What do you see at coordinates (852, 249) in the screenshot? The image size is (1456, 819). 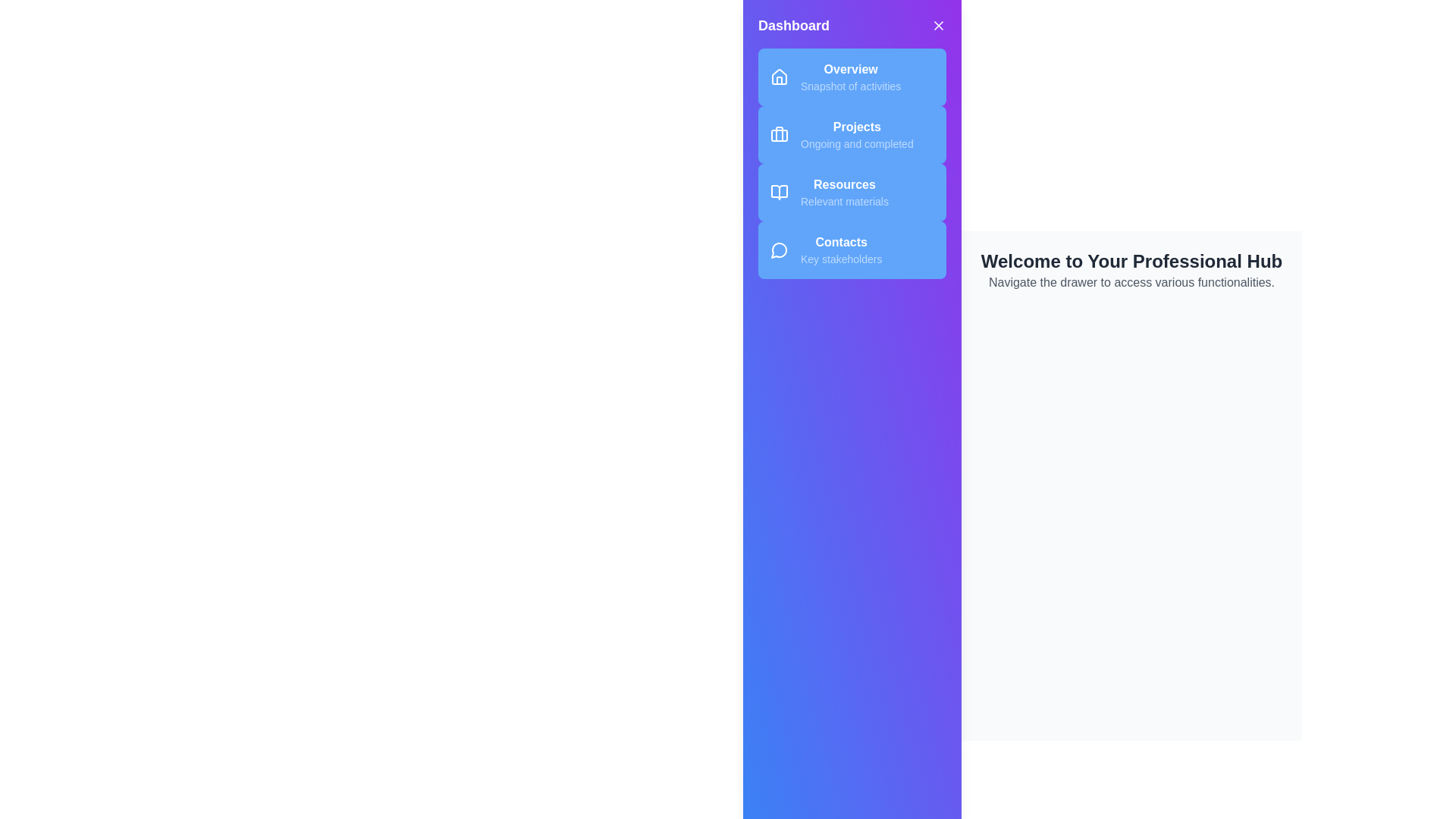 I see `the menu item labeled Contacts to navigate to its section` at bounding box center [852, 249].